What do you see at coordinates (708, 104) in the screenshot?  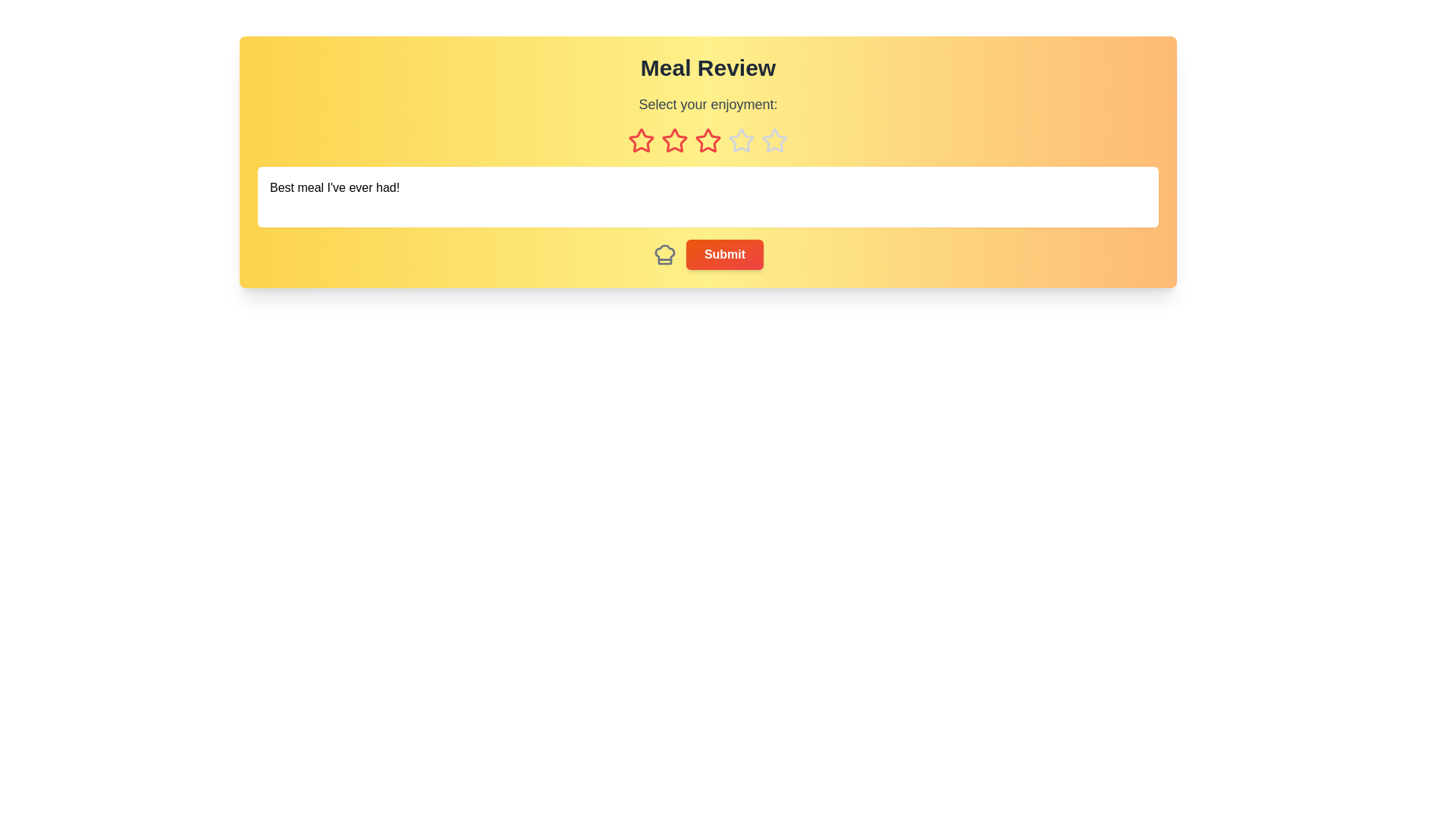 I see `the static text label that prompts the user to select a value for their enjoyment, positioned below the 'Meal Review' heading and above the star rating icons` at bounding box center [708, 104].